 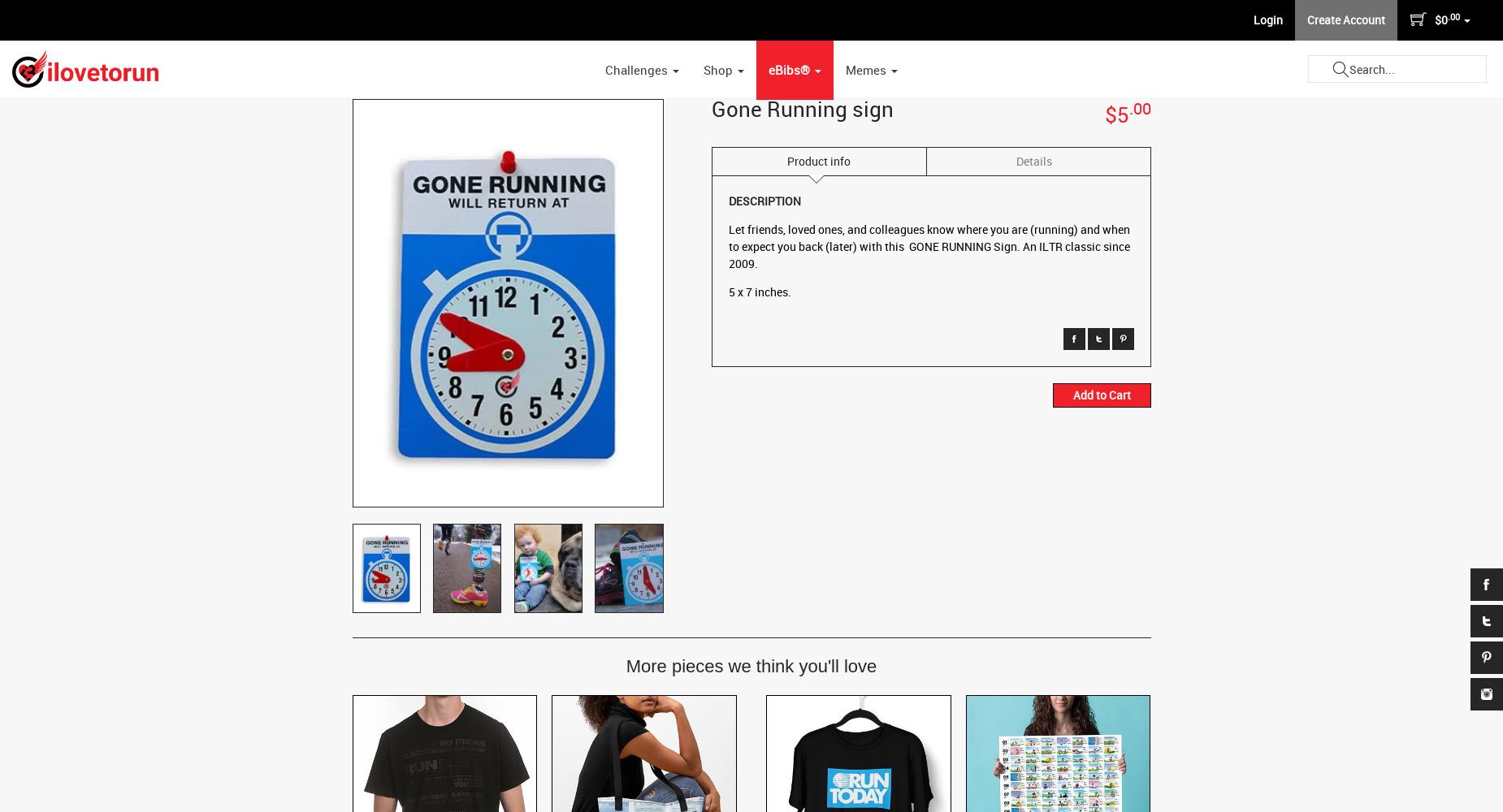 I want to click on '$0', so click(x=1435, y=19).